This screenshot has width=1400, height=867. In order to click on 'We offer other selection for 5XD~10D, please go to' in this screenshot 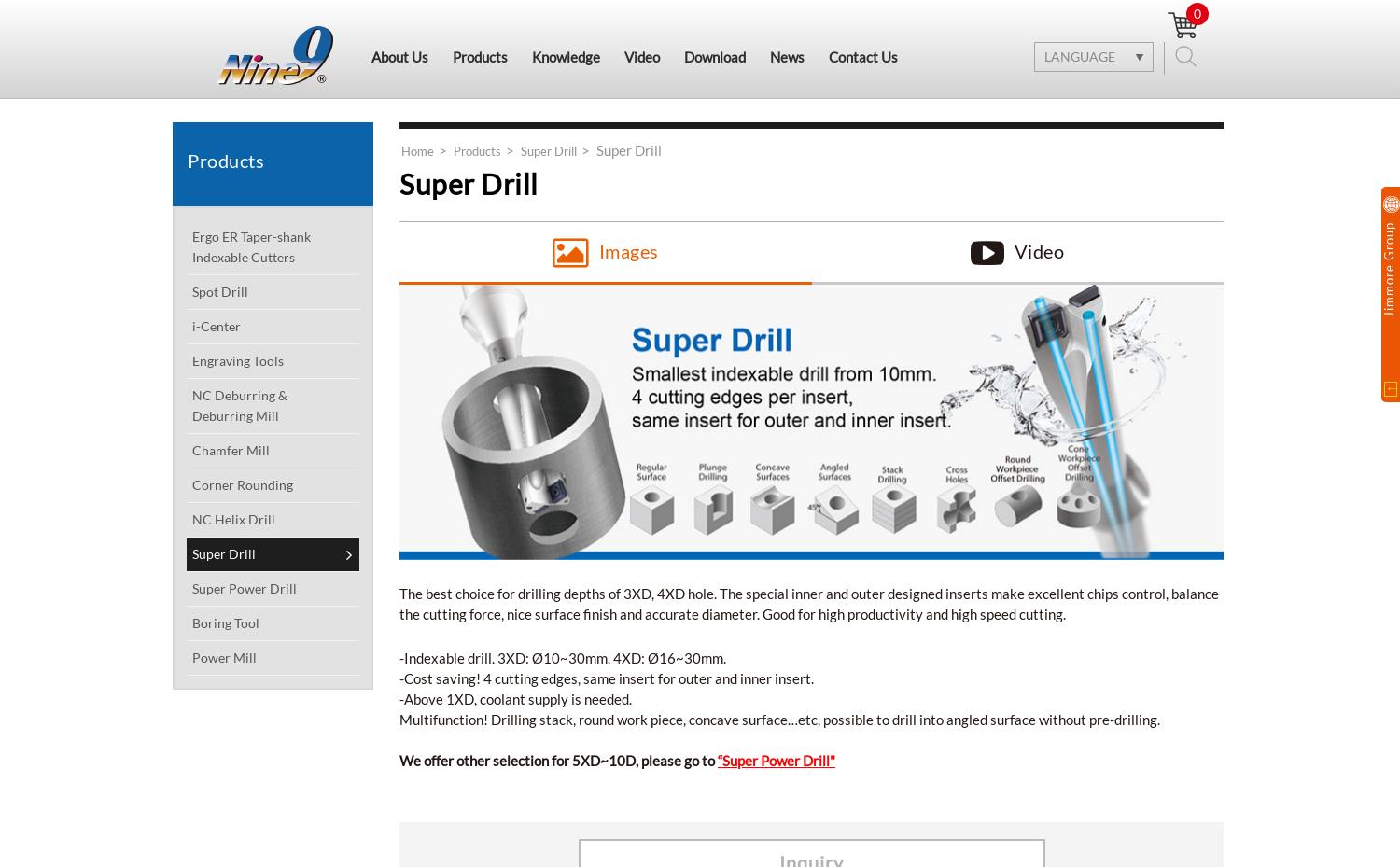, I will do `click(557, 758)`.